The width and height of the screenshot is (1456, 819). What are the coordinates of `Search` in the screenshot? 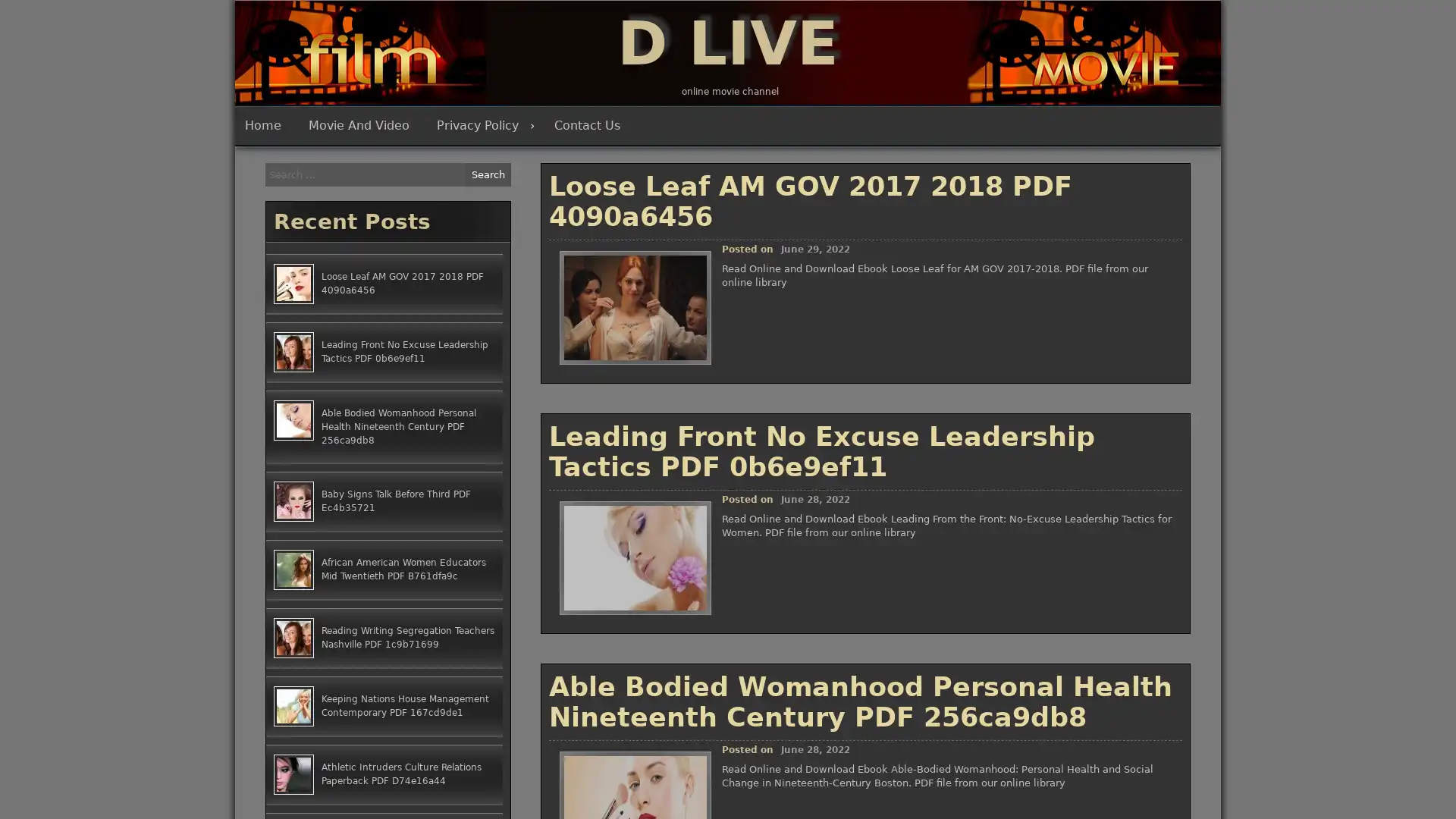 It's located at (488, 174).